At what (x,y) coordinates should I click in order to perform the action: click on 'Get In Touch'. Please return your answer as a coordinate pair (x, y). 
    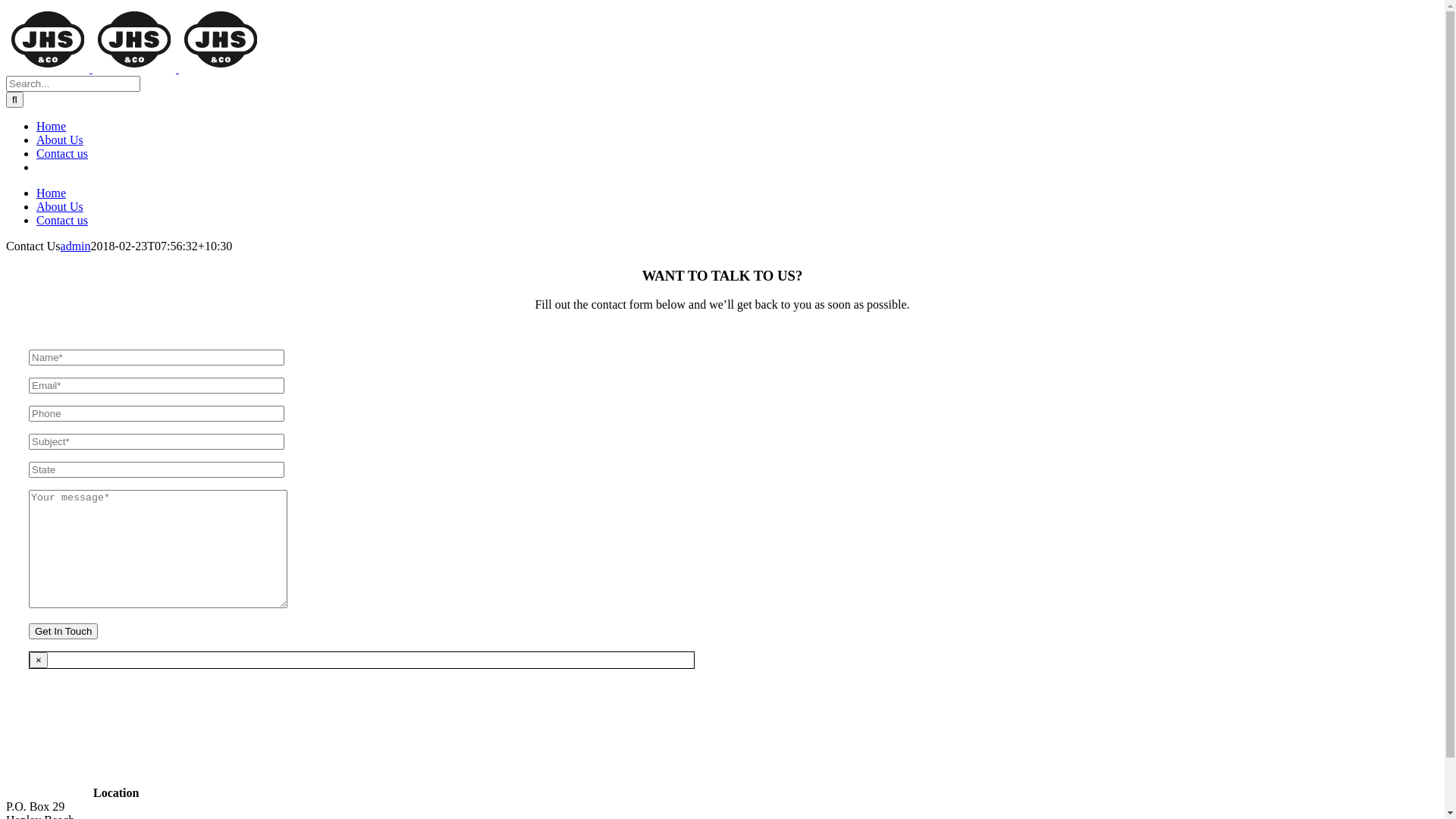
    Looking at the image, I should click on (62, 631).